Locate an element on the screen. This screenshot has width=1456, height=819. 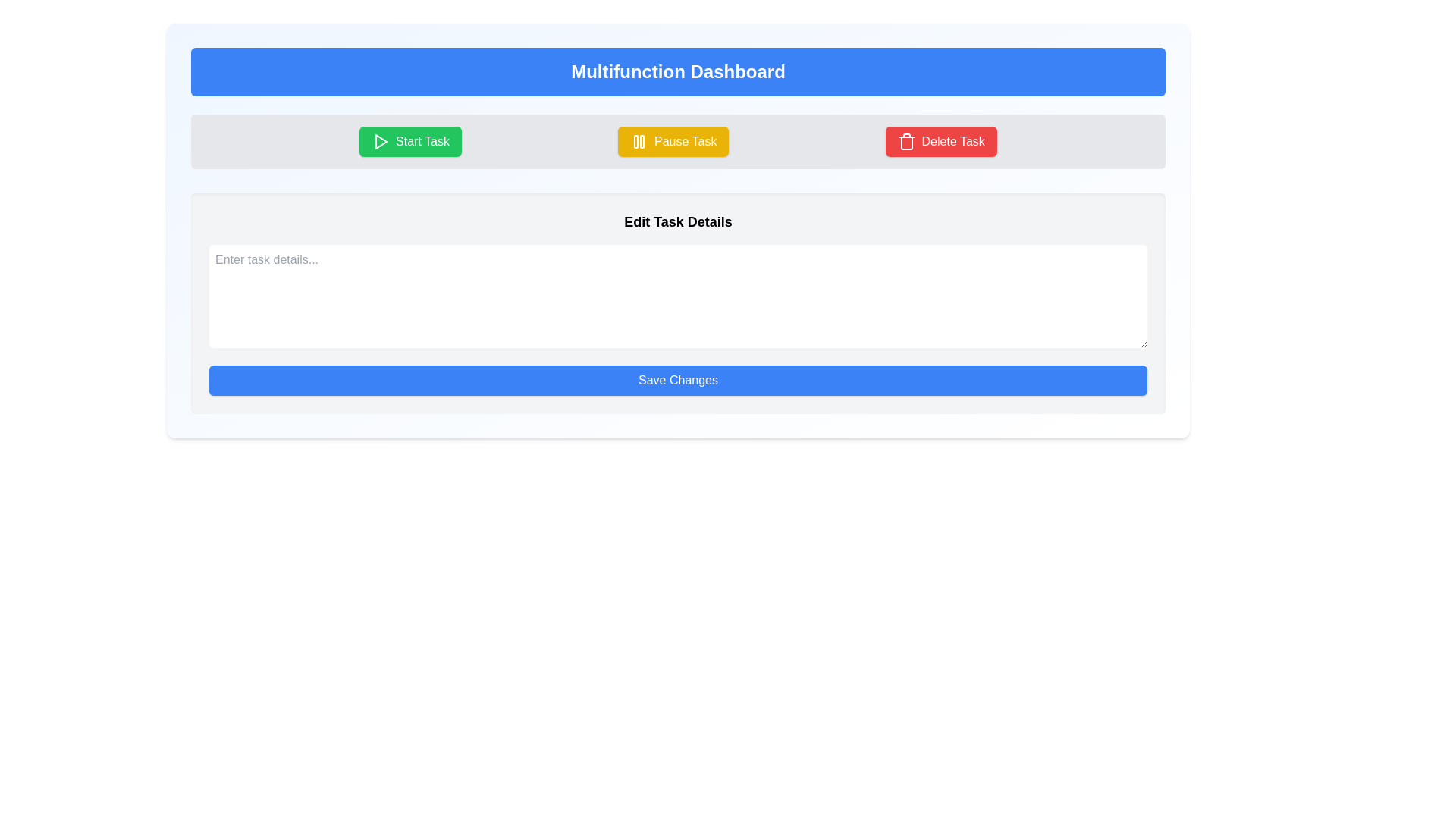
the yellow pause icon, which consists of two vertical rectangular bars, located centrally within the 'Pause Task' button is located at coordinates (639, 141).